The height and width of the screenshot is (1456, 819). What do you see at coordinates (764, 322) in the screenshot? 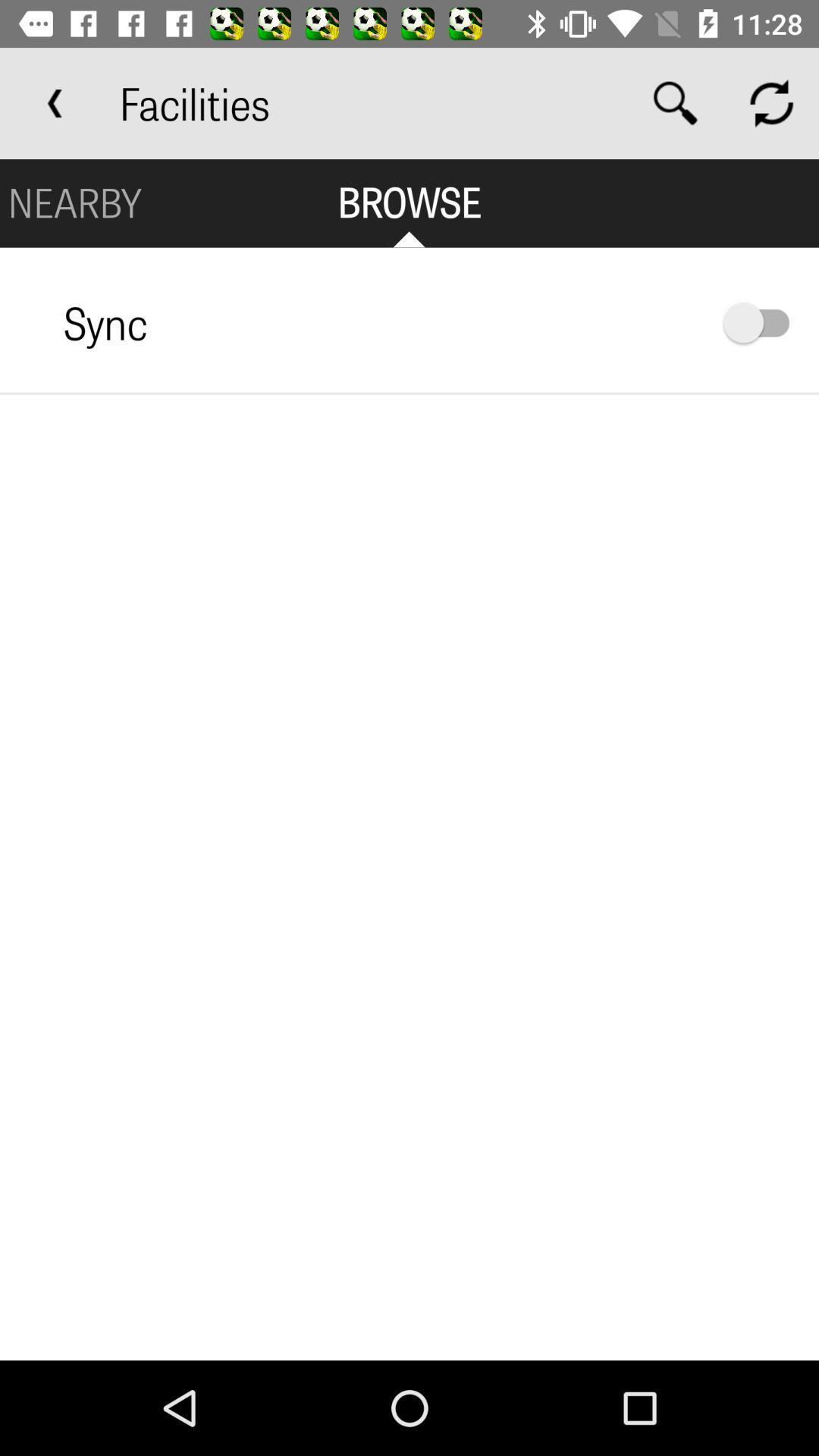
I see `sync` at bounding box center [764, 322].